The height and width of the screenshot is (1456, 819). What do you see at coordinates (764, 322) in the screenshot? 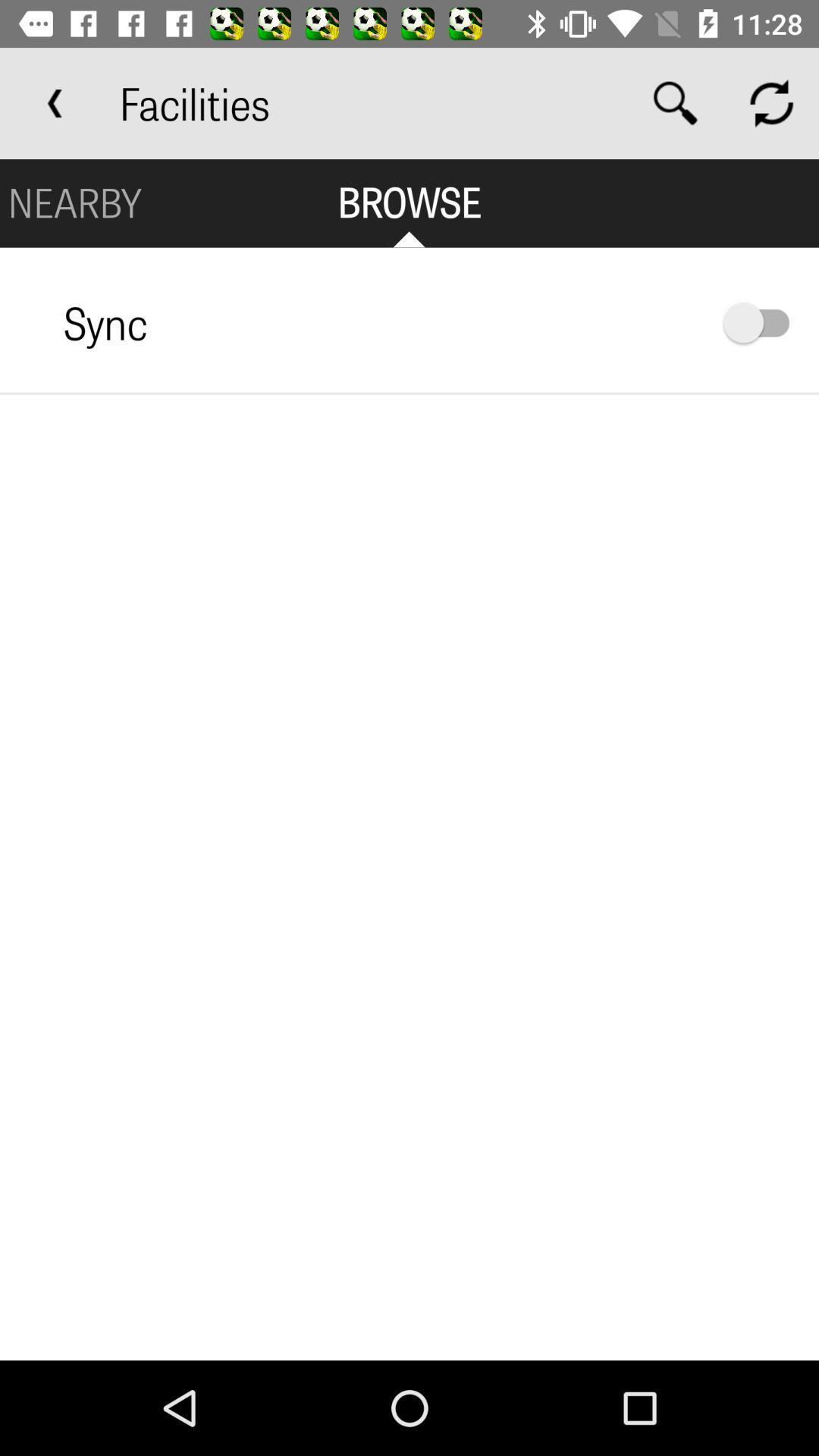
I see `sync` at bounding box center [764, 322].